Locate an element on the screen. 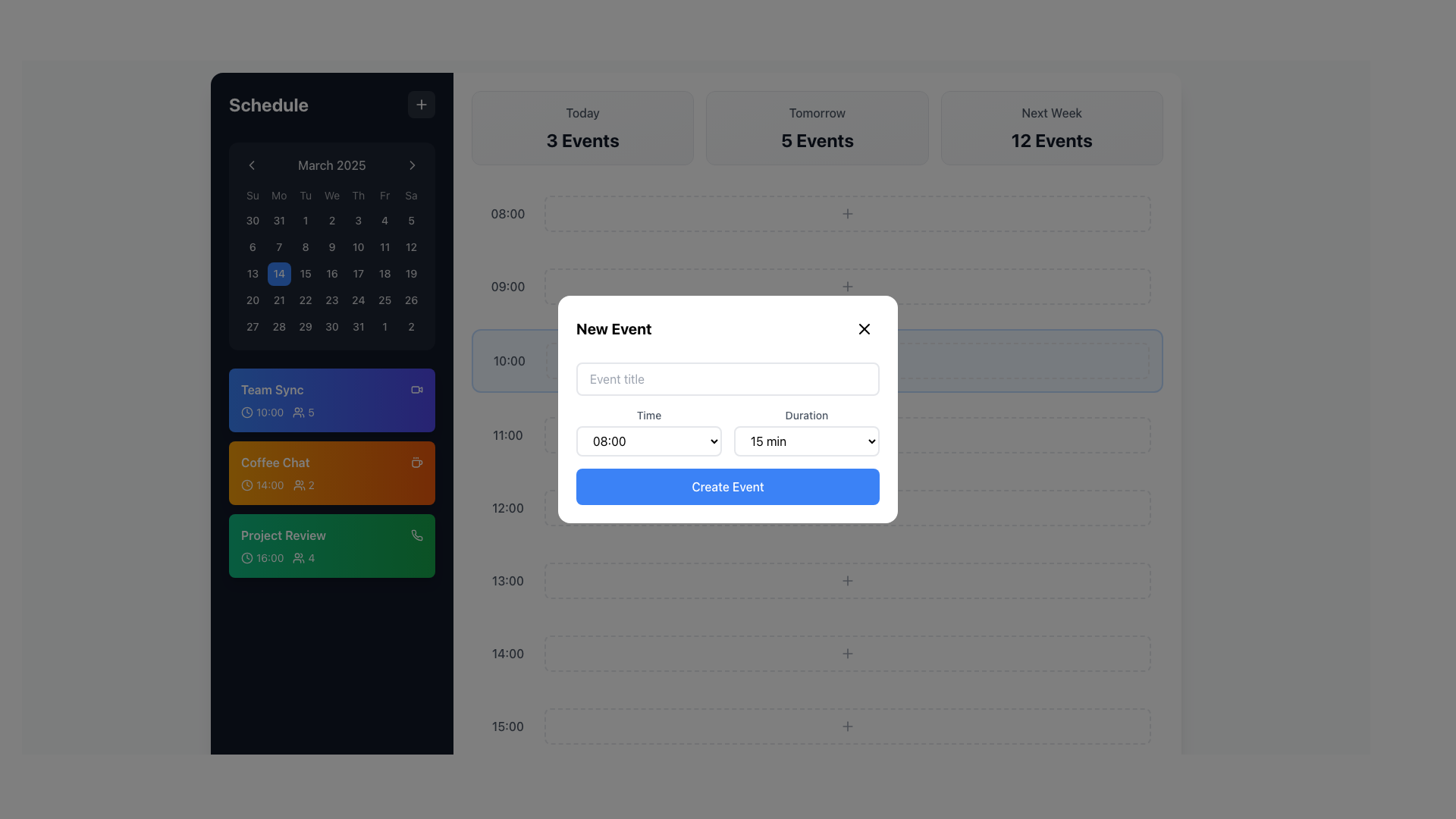 The image size is (1456, 819). the chevron icon in the top-right corner of the calendar header is located at coordinates (412, 165).